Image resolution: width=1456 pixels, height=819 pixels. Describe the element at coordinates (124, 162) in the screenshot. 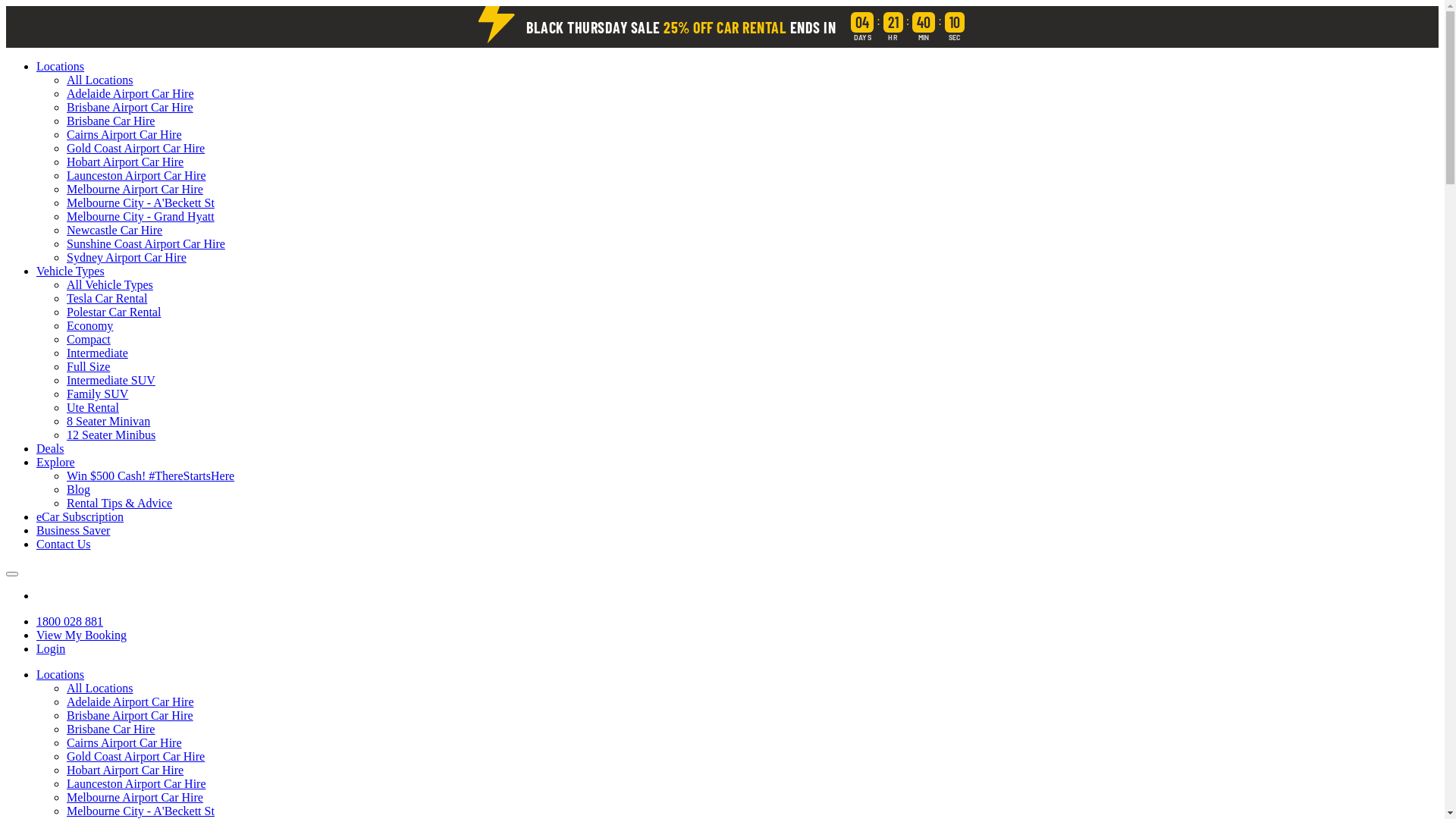

I see `'Hobart Airport Car Hire'` at that location.